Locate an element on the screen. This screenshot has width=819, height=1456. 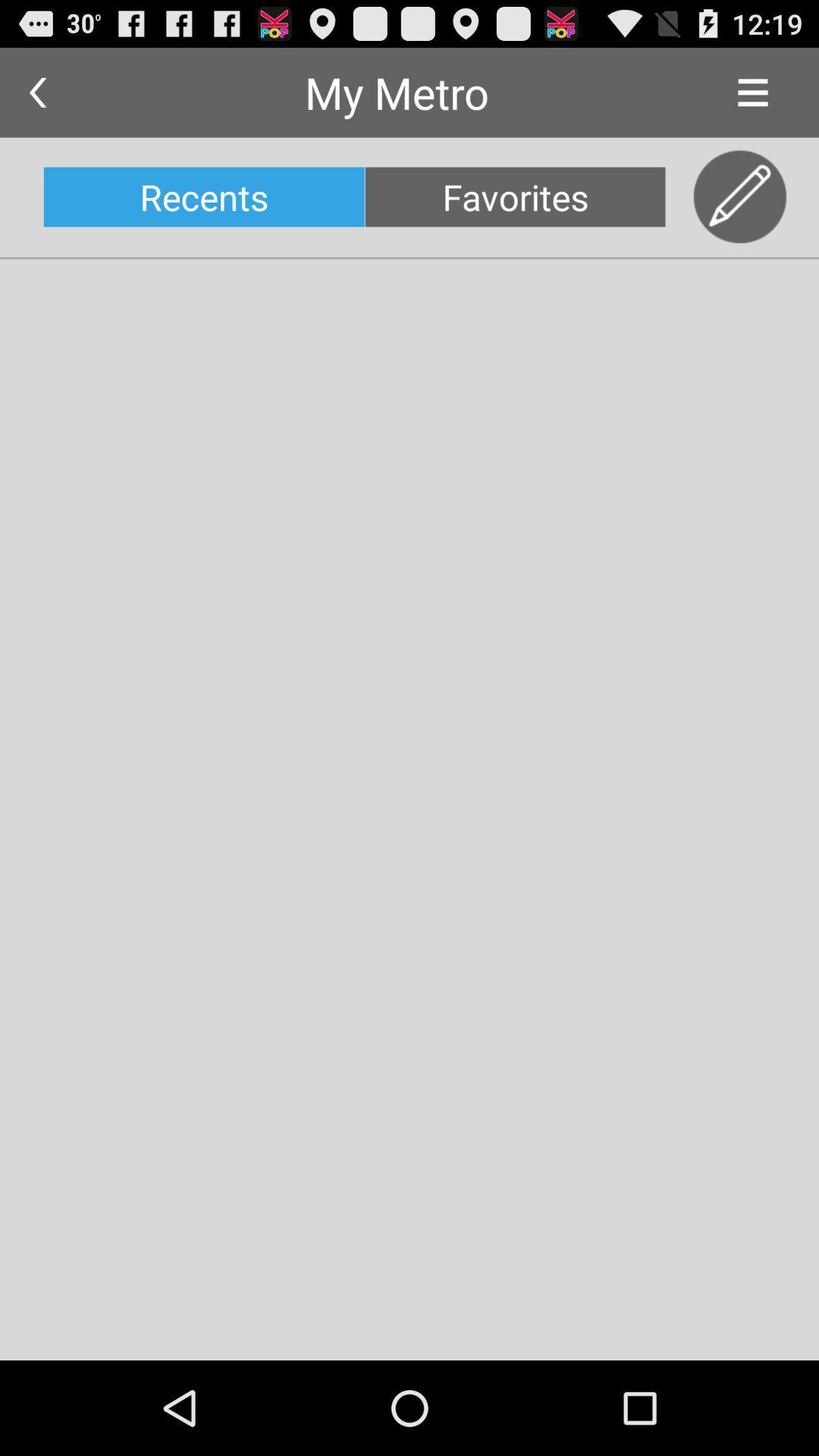
the icon to the right of the recents app is located at coordinates (514, 196).